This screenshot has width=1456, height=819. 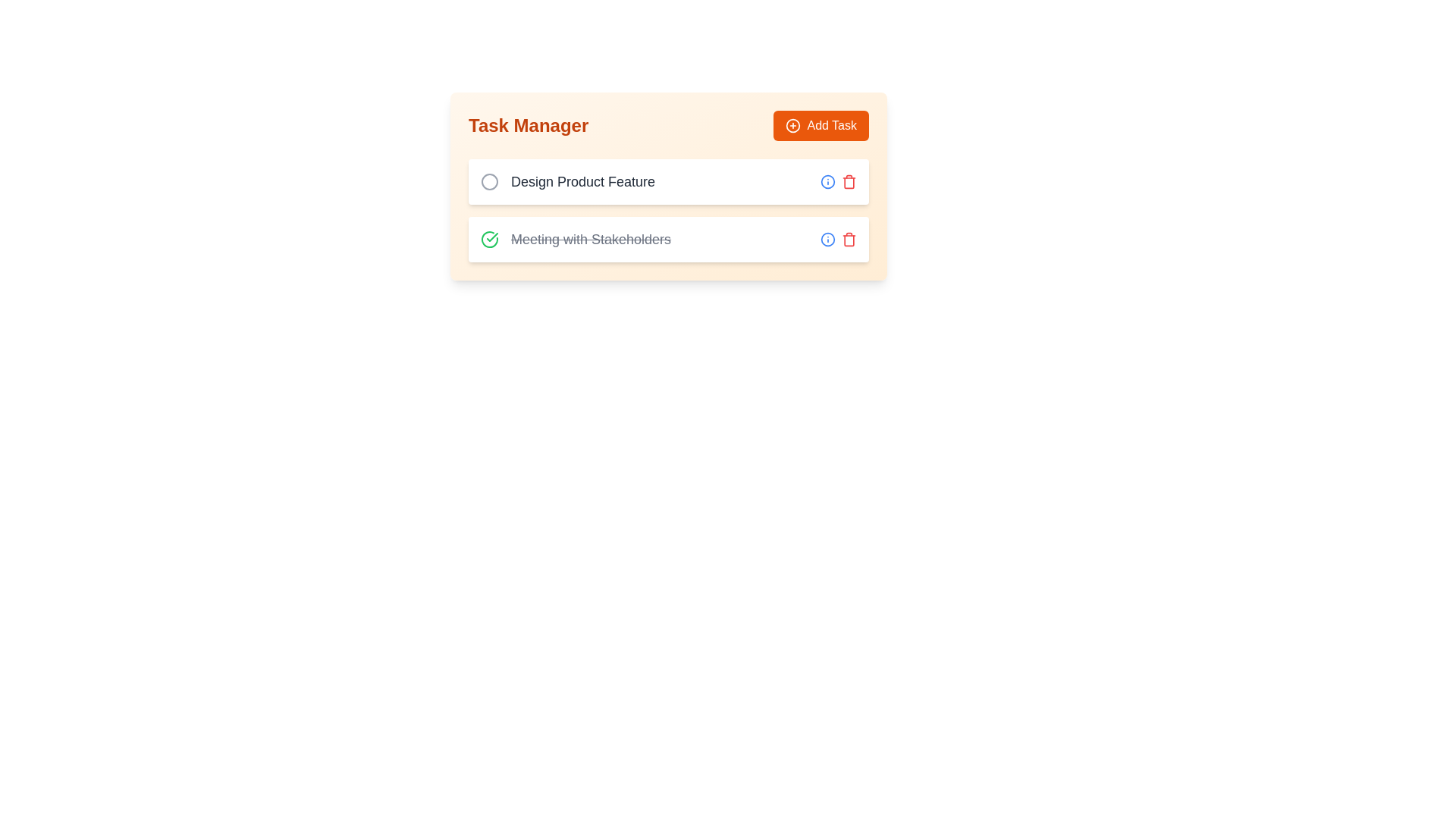 What do you see at coordinates (490, 239) in the screenshot?
I see `the decorative graphic within the circular checkmark icon that is positioned to the left of the 'Meeting with Stakeholders' text in the task manager interface` at bounding box center [490, 239].